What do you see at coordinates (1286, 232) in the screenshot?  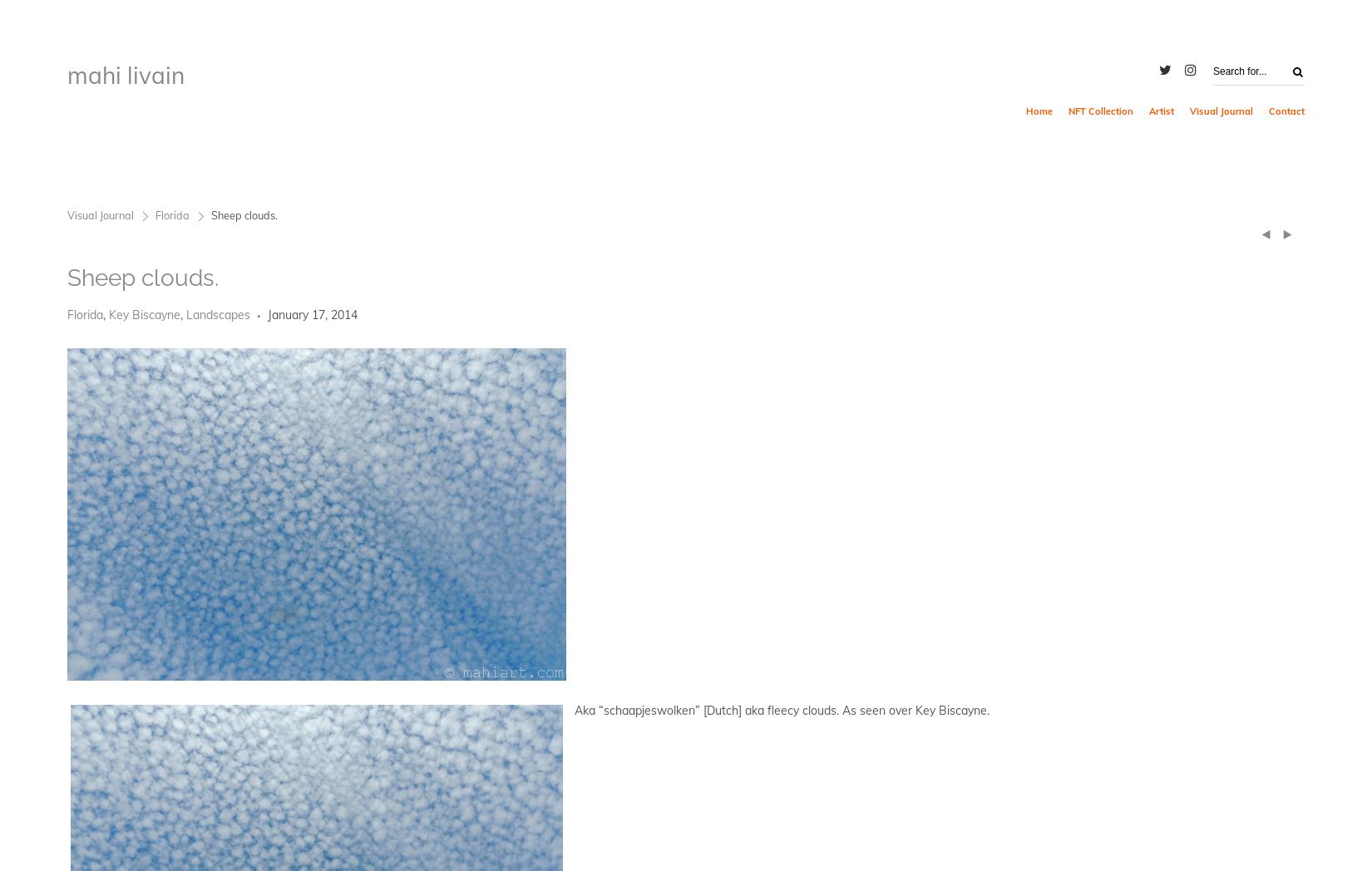 I see `')'` at bounding box center [1286, 232].